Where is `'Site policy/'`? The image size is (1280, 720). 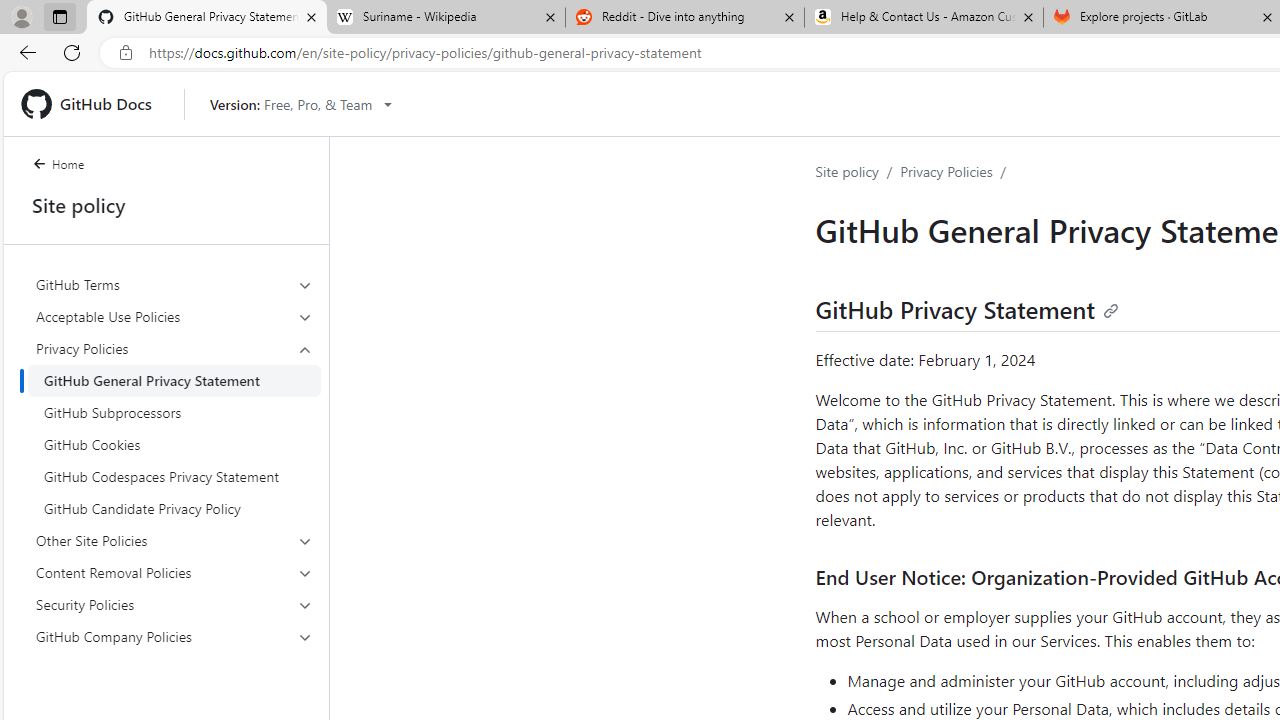 'Site policy/' is located at coordinates (858, 170).